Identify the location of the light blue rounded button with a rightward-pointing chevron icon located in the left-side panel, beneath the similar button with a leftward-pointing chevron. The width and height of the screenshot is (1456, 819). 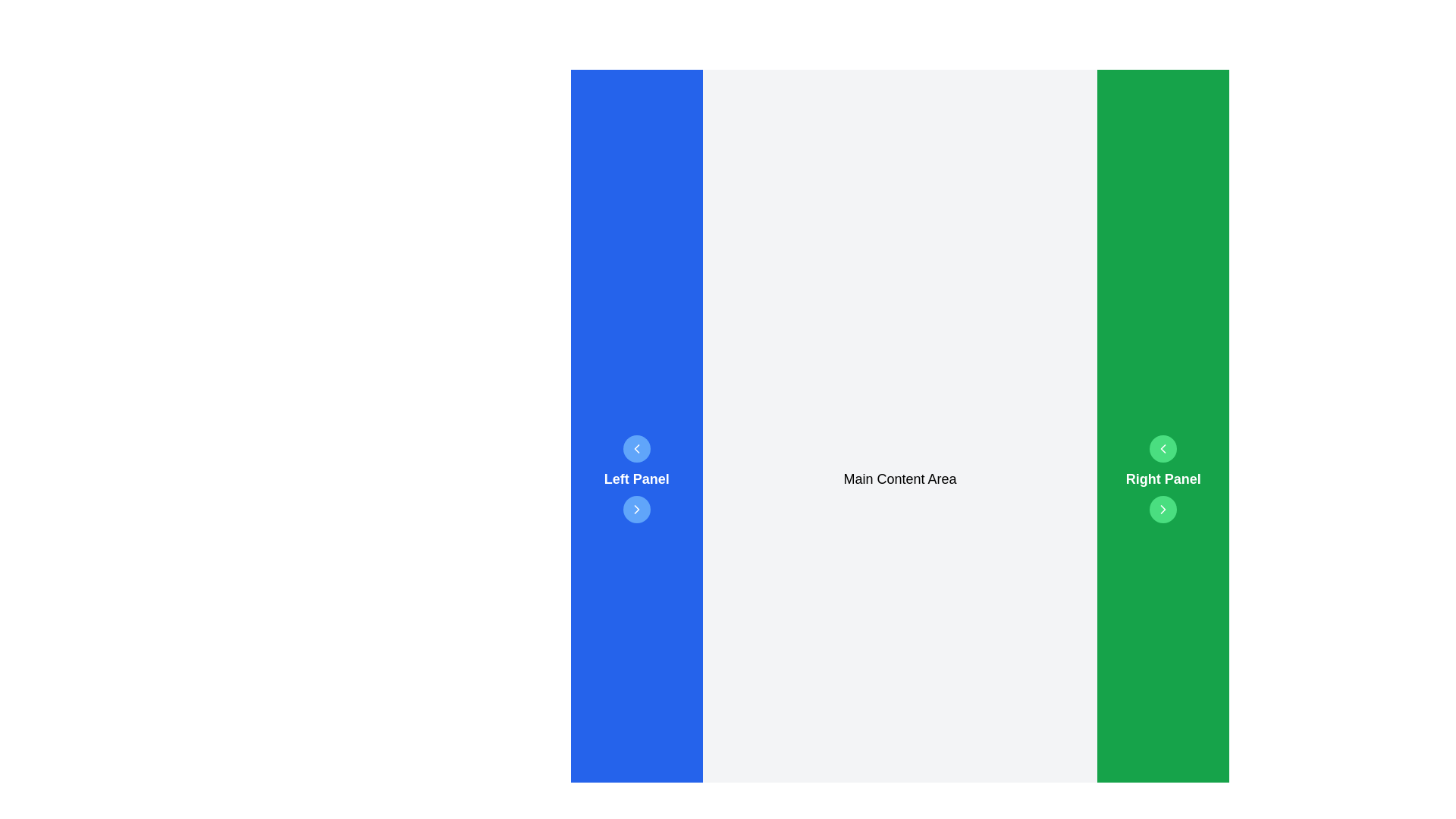
(636, 509).